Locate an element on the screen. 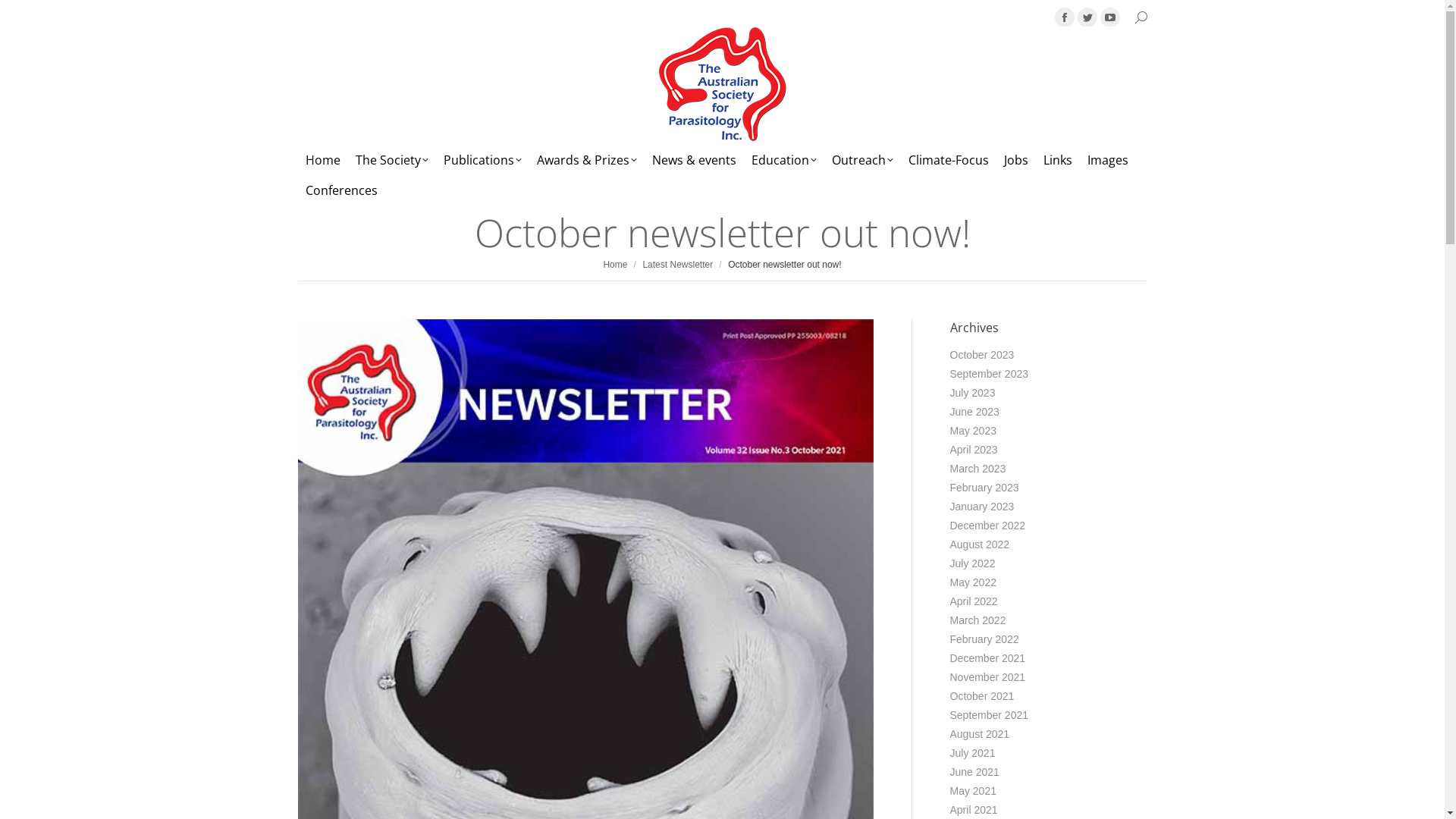 The height and width of the screenshot is (819, 1456). 'Images' is located at coordinates (1107, 160).